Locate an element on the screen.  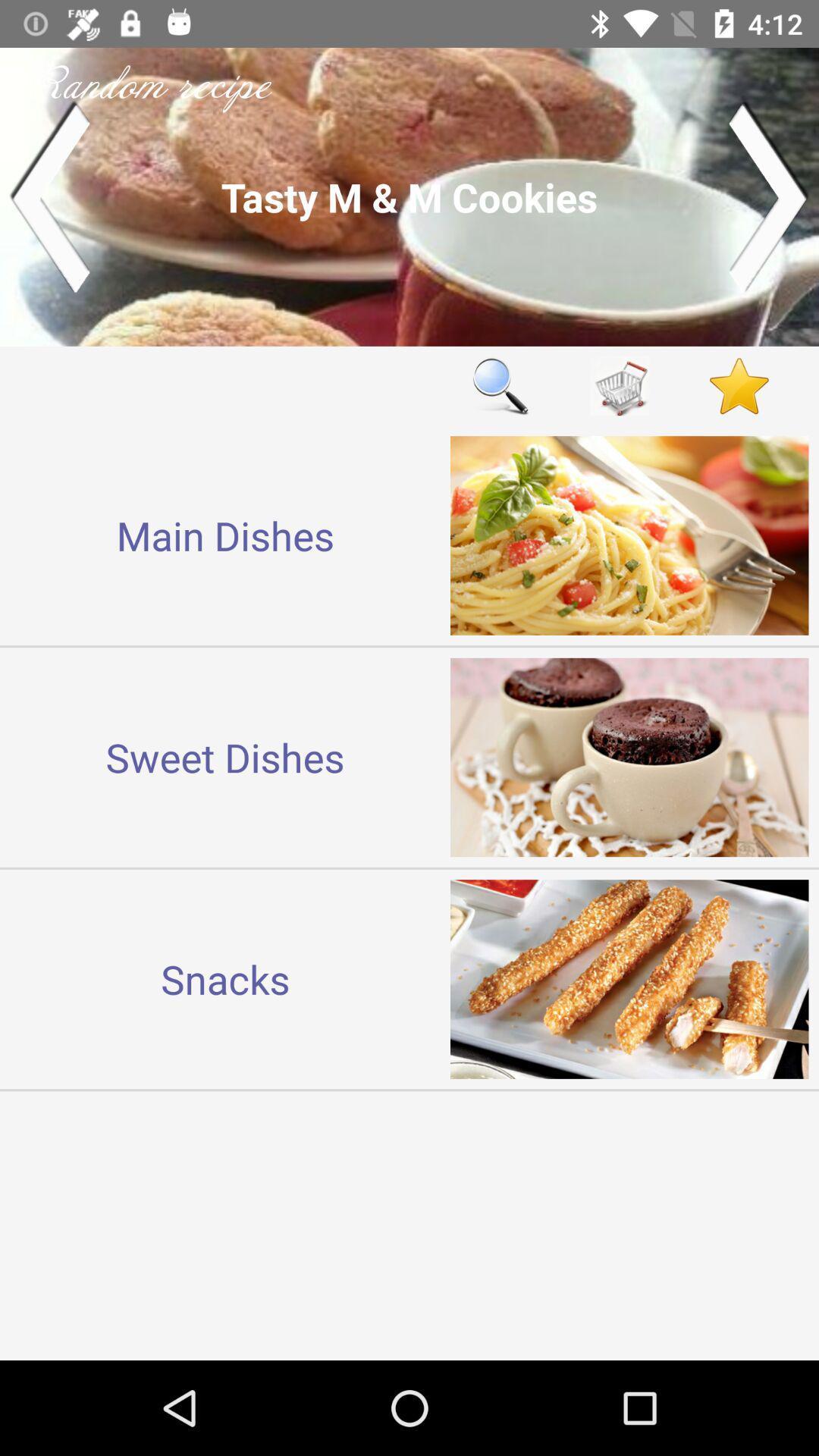
sweet dishes item is located at coordinates (225, 757).